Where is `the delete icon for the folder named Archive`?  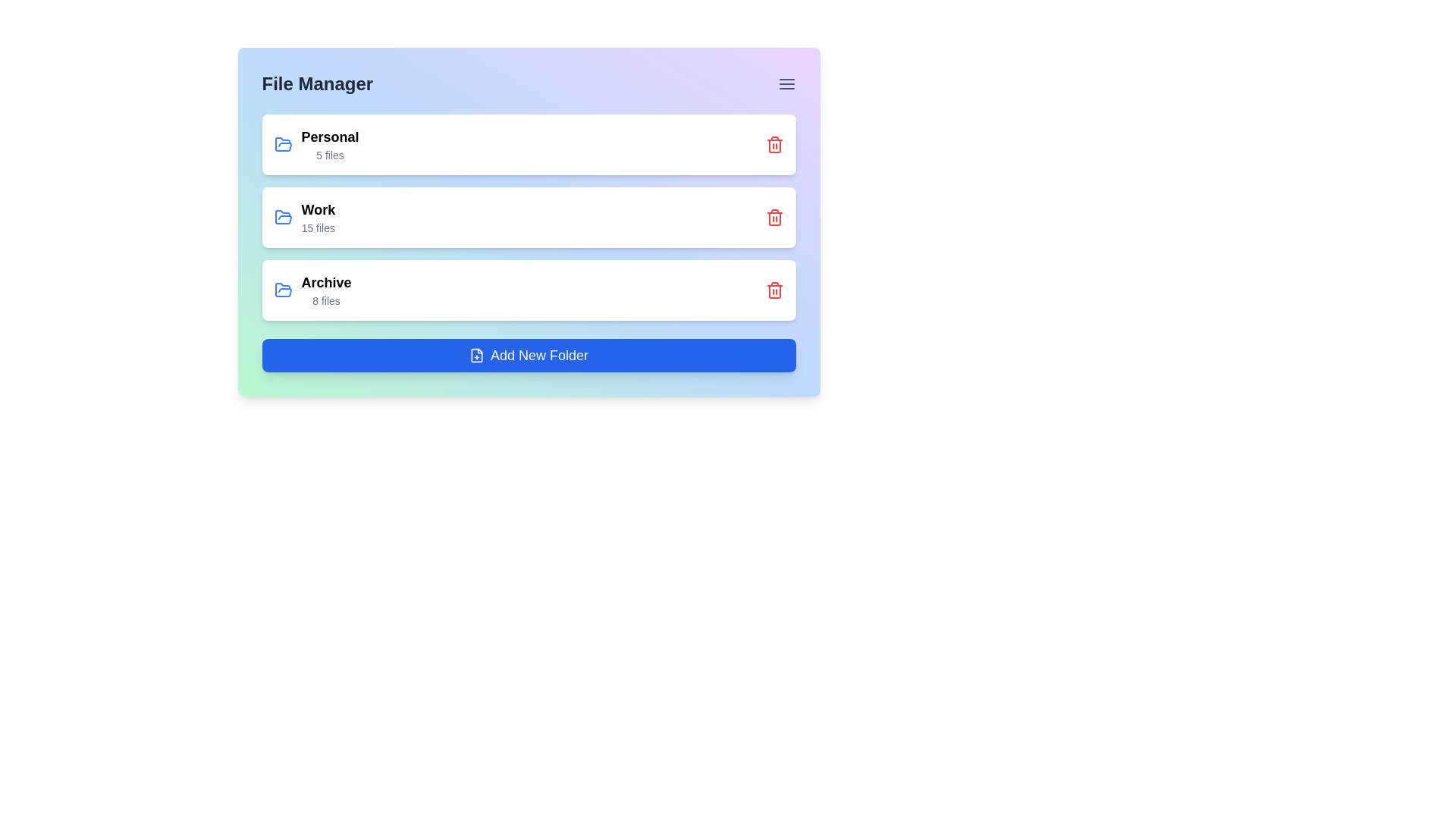 the delete icon for the folder named Archive is located at coordinates (774, 290).